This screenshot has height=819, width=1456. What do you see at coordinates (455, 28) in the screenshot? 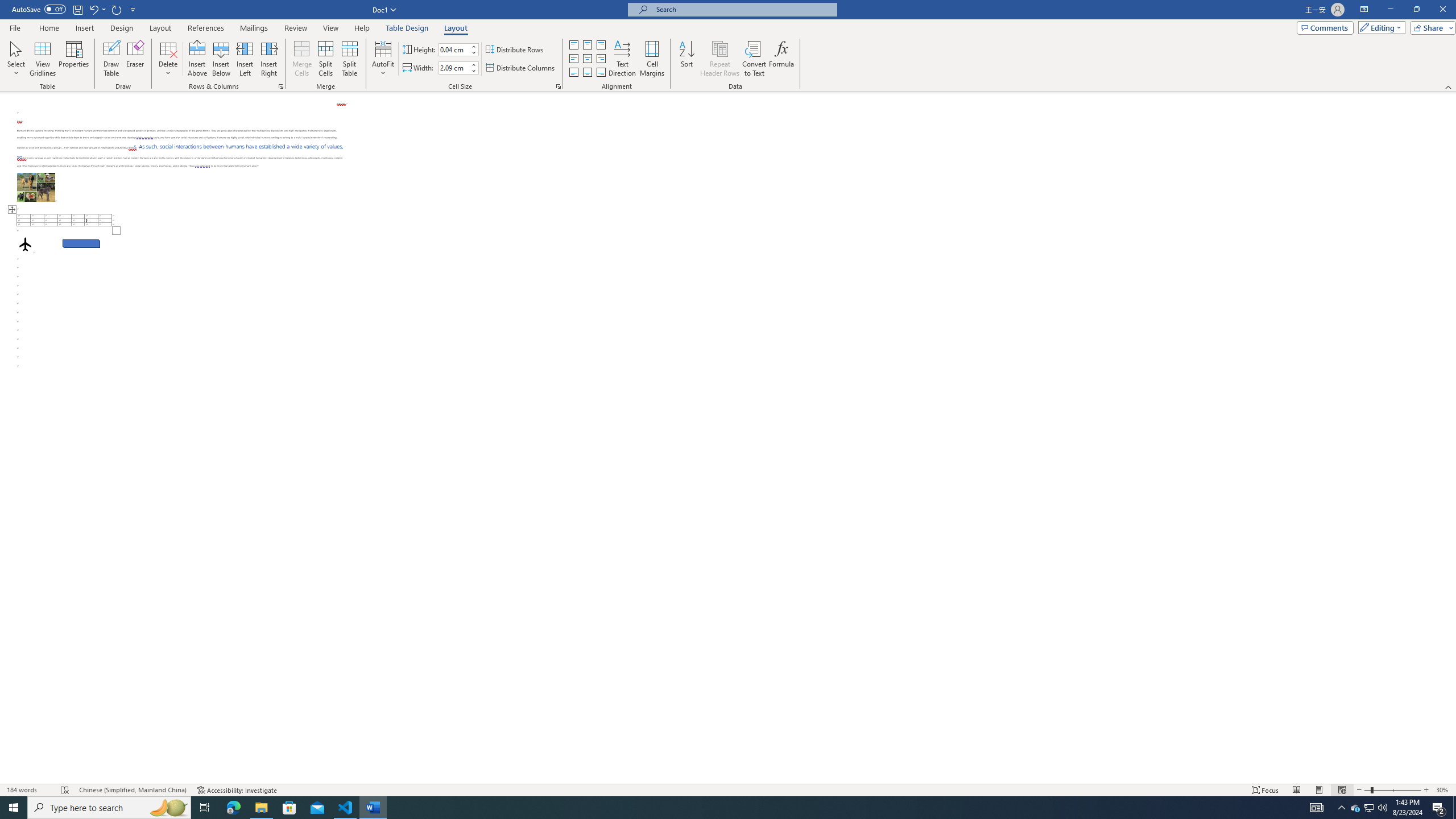
I see `'Layout'` at bounding box center [455, 28].